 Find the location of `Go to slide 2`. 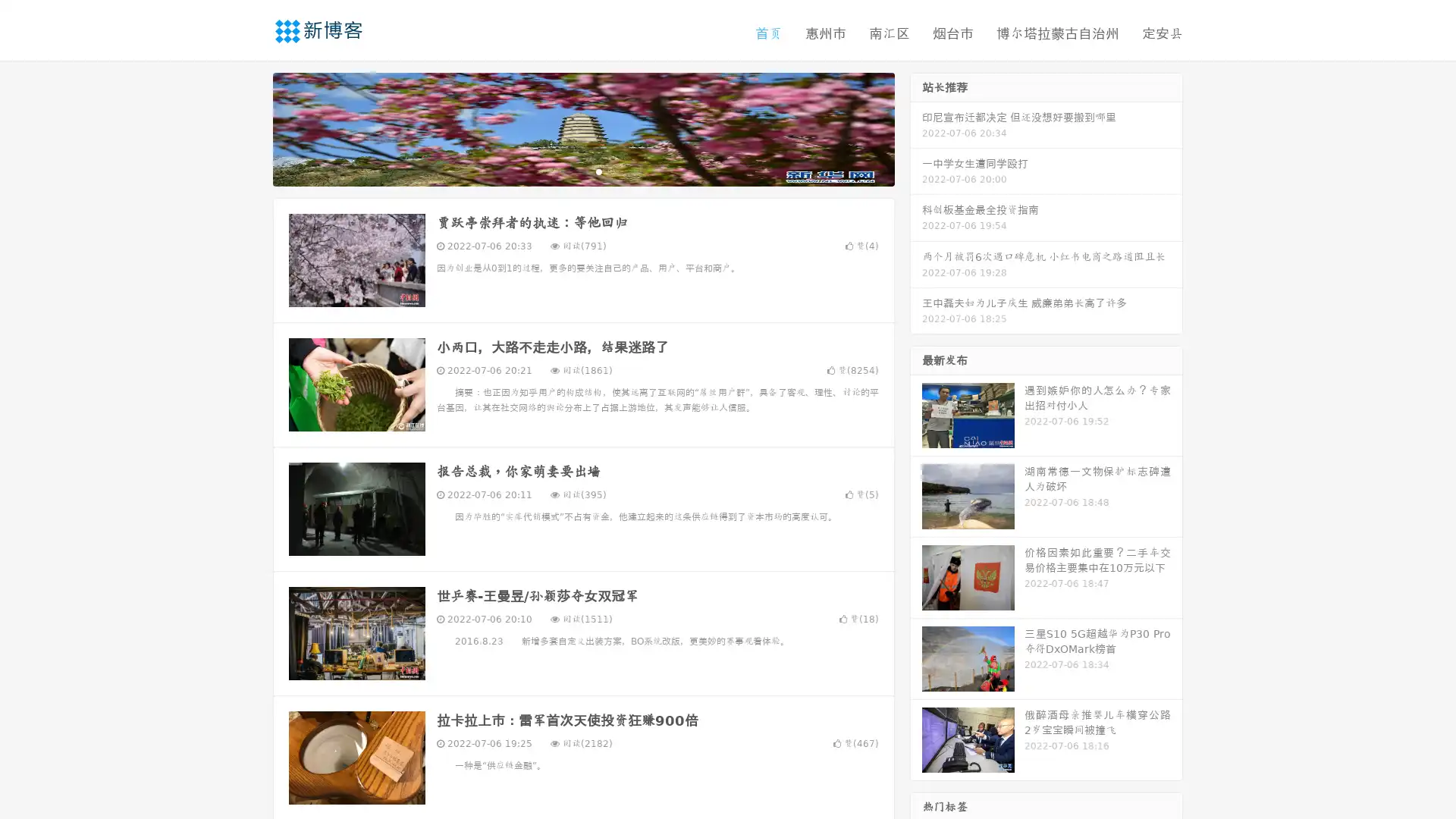

Go to slide 2 is located at coordinates (582, 171).